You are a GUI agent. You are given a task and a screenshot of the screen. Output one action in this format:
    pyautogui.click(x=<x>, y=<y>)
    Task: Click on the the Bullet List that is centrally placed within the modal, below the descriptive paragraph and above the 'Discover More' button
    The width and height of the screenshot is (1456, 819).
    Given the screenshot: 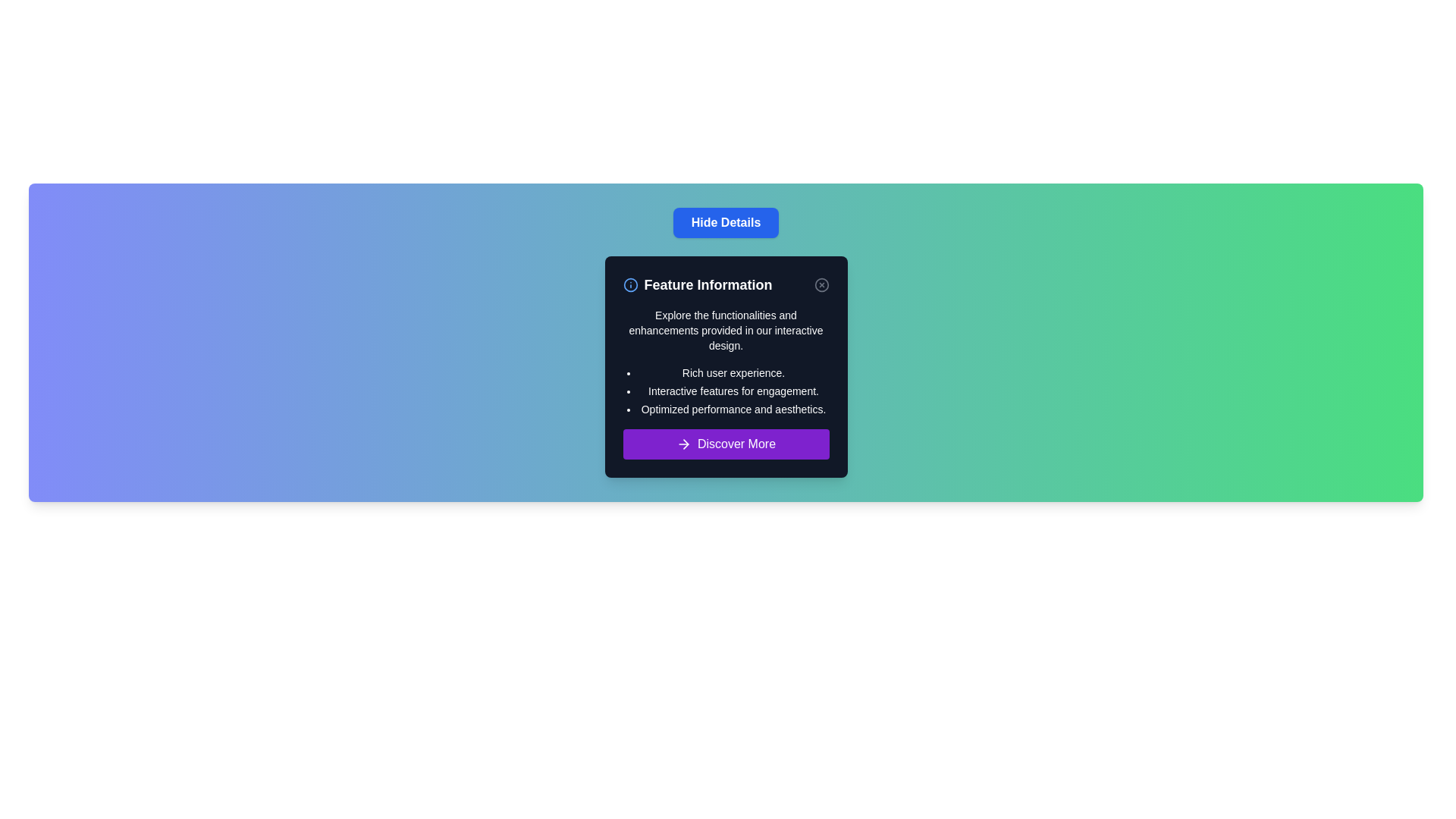 What is the action you would take?
    pyautogui.click(x=733, y=391)
    